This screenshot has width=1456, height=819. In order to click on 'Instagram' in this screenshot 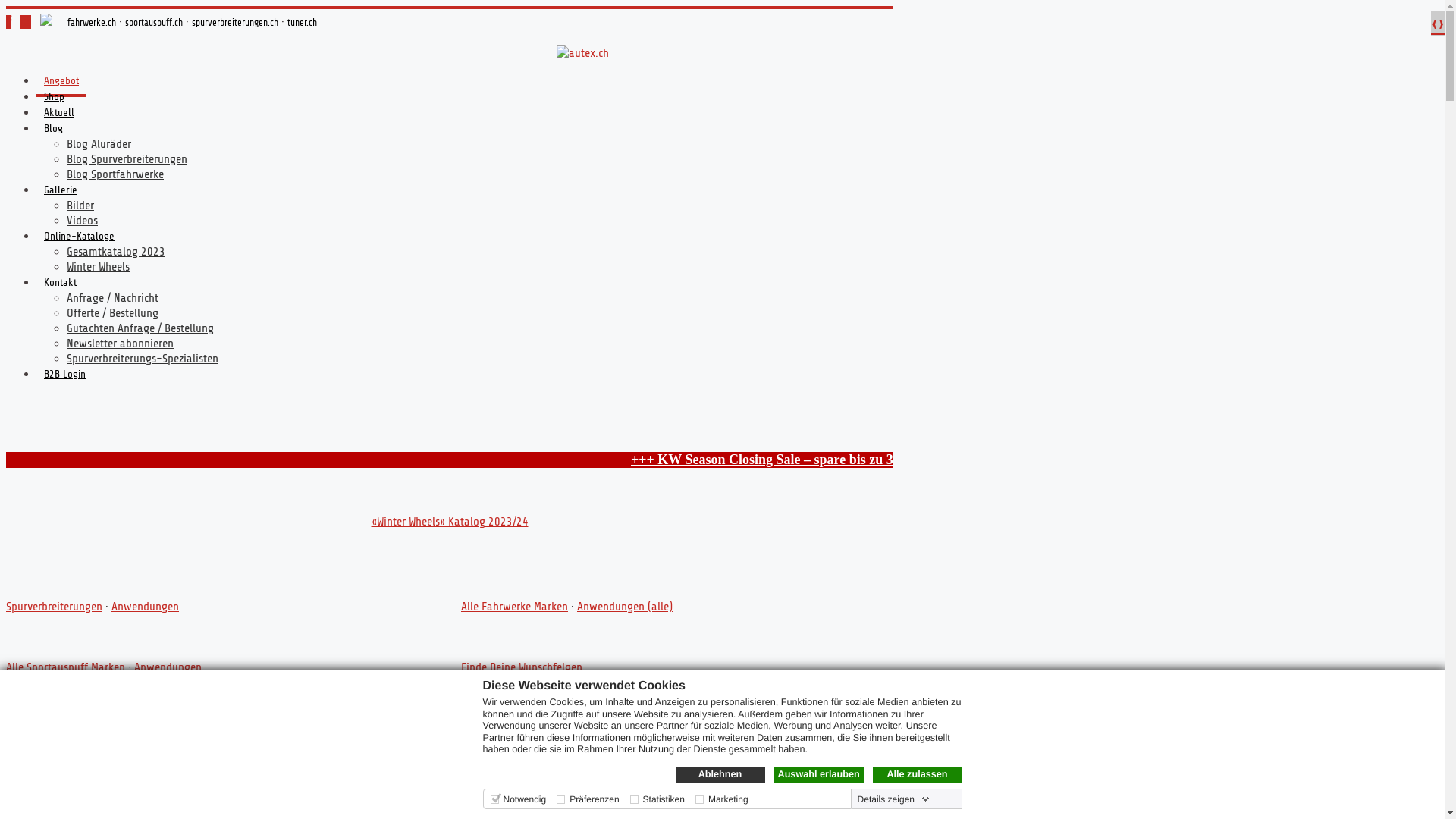, I will do `click(25, 22)`.